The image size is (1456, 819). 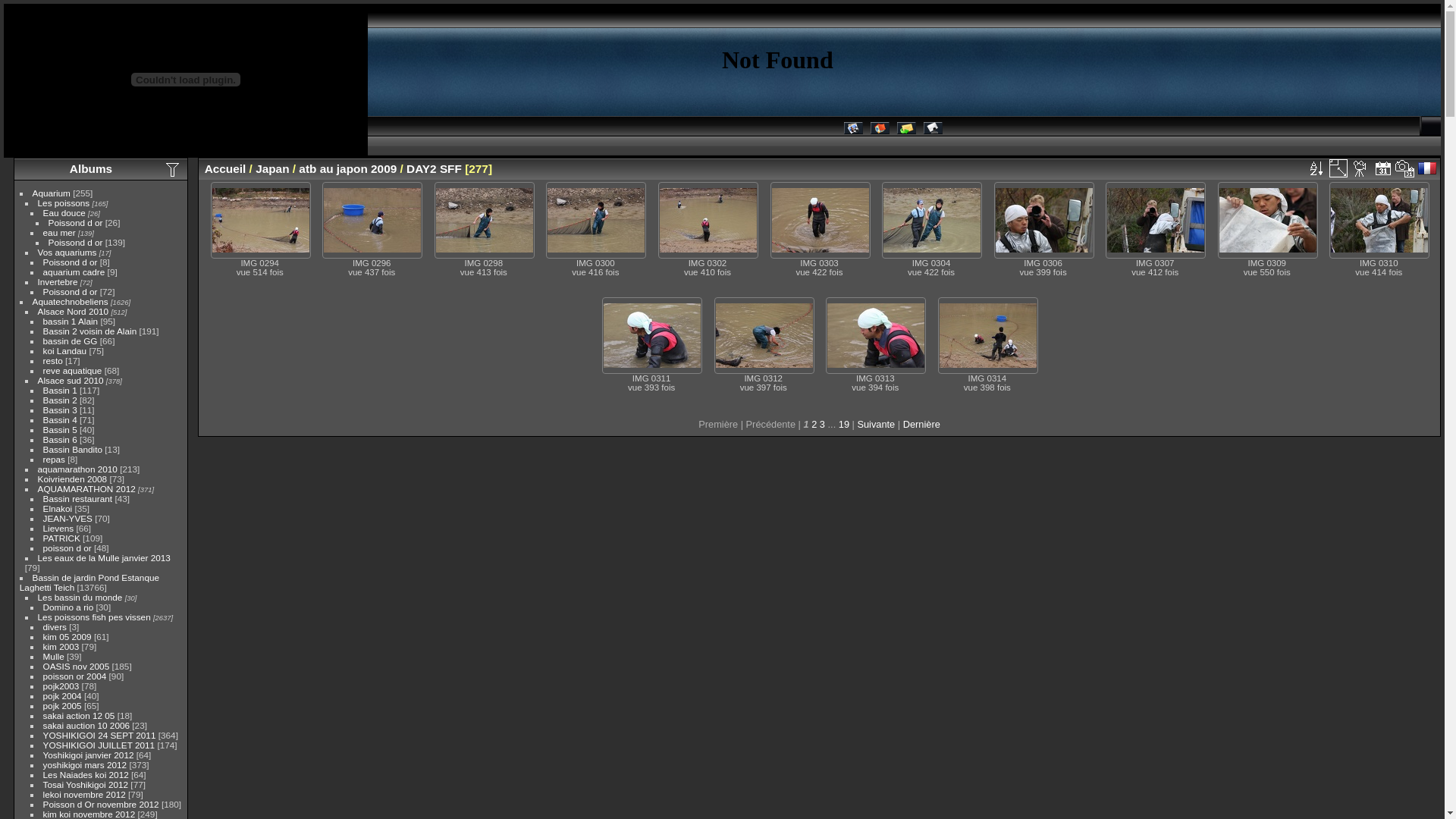 What do you see at coordinates (43, 636) in the screenshot?
I see `'kim 05 2009'` at bounding box center [43, 636].